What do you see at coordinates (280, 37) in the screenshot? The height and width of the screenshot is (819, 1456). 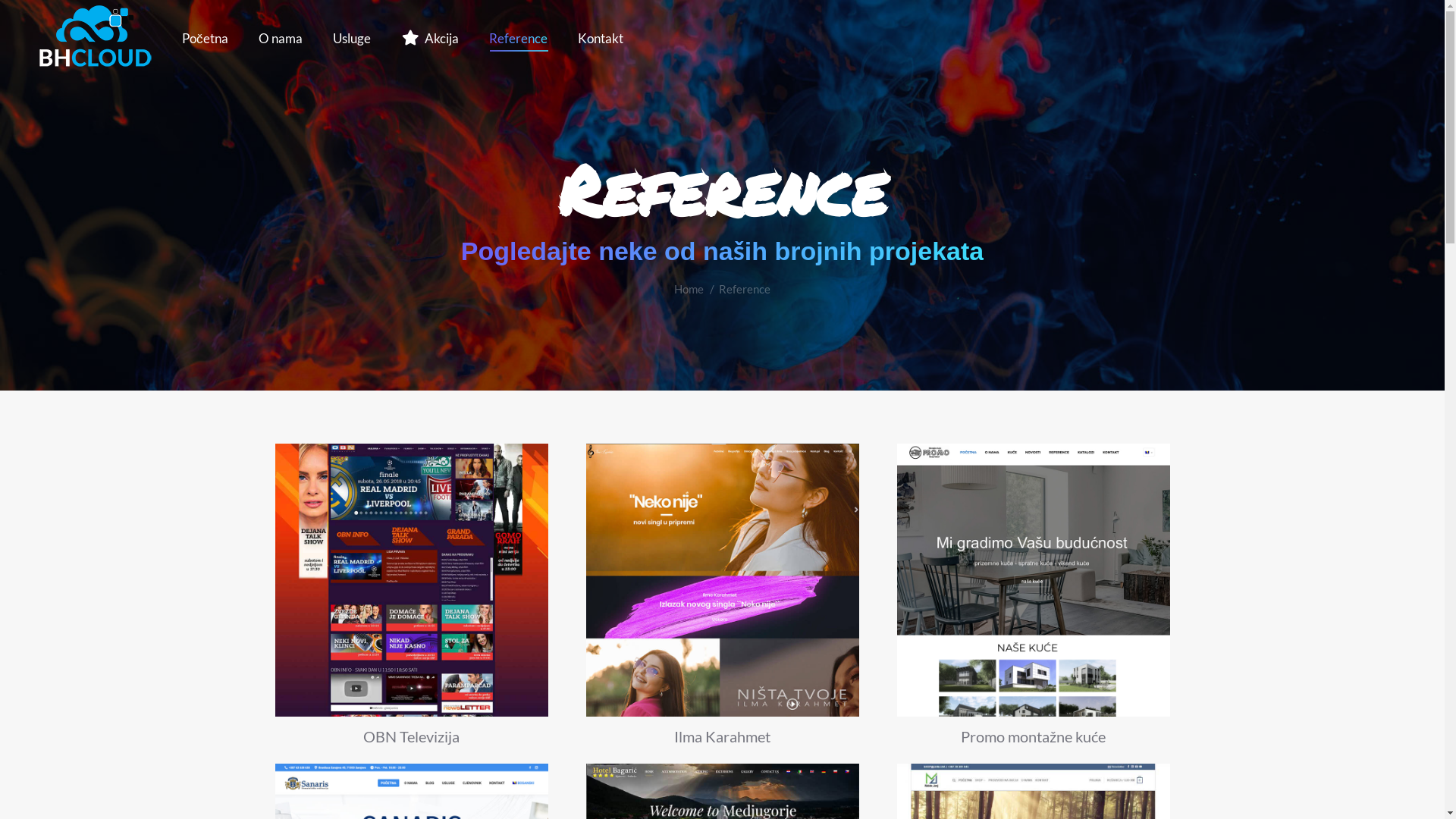 I see `'O nama'` at bounding box center [280, 37].